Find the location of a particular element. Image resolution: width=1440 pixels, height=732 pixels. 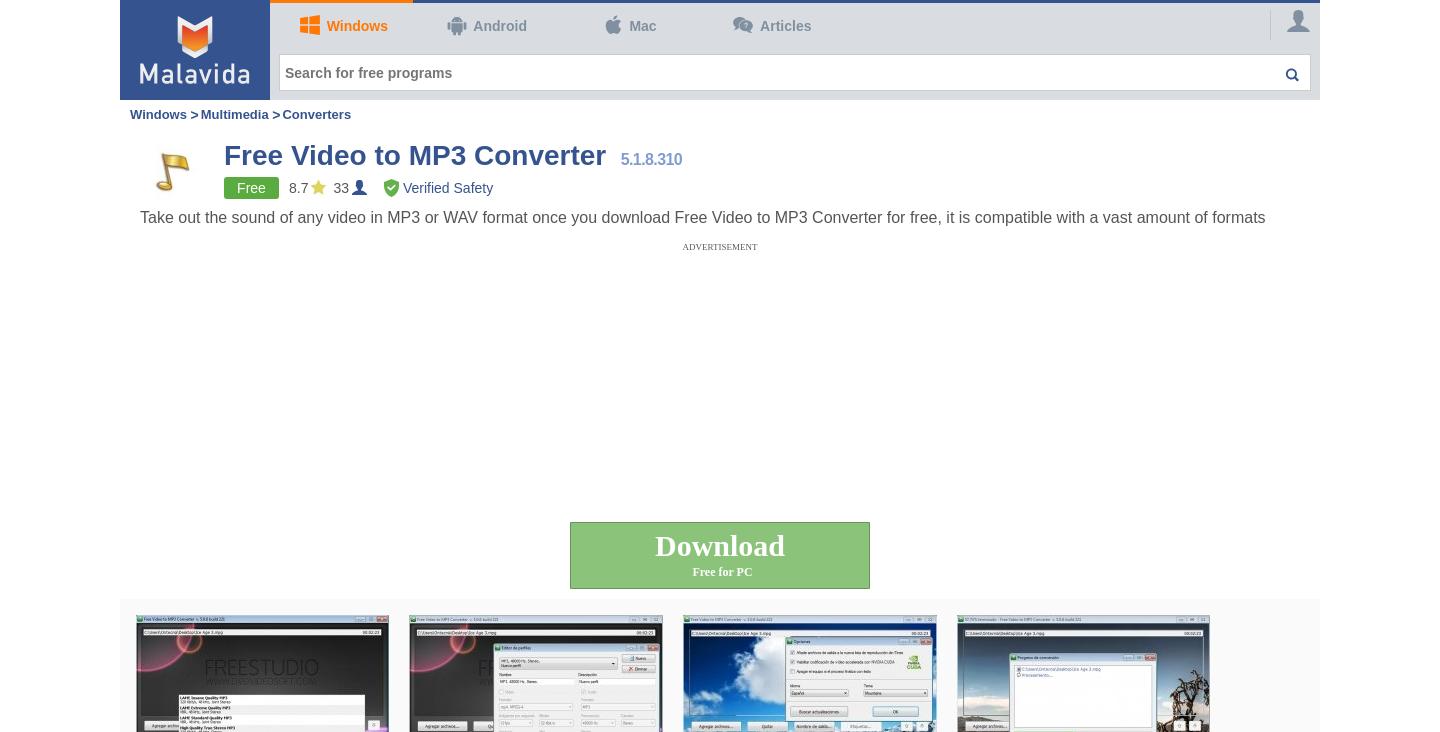

'Free for PC' is located at coordinates (721, 570).